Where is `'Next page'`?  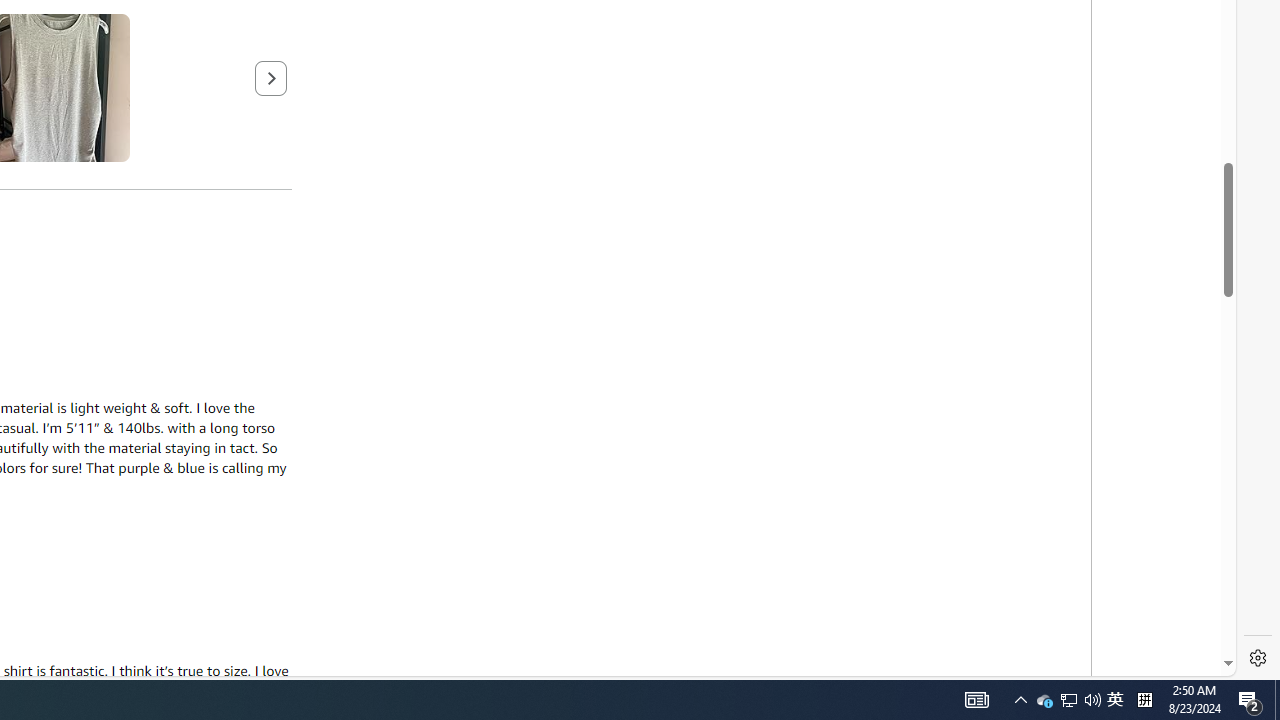
'Next page' is located at coordinates (270, 76).